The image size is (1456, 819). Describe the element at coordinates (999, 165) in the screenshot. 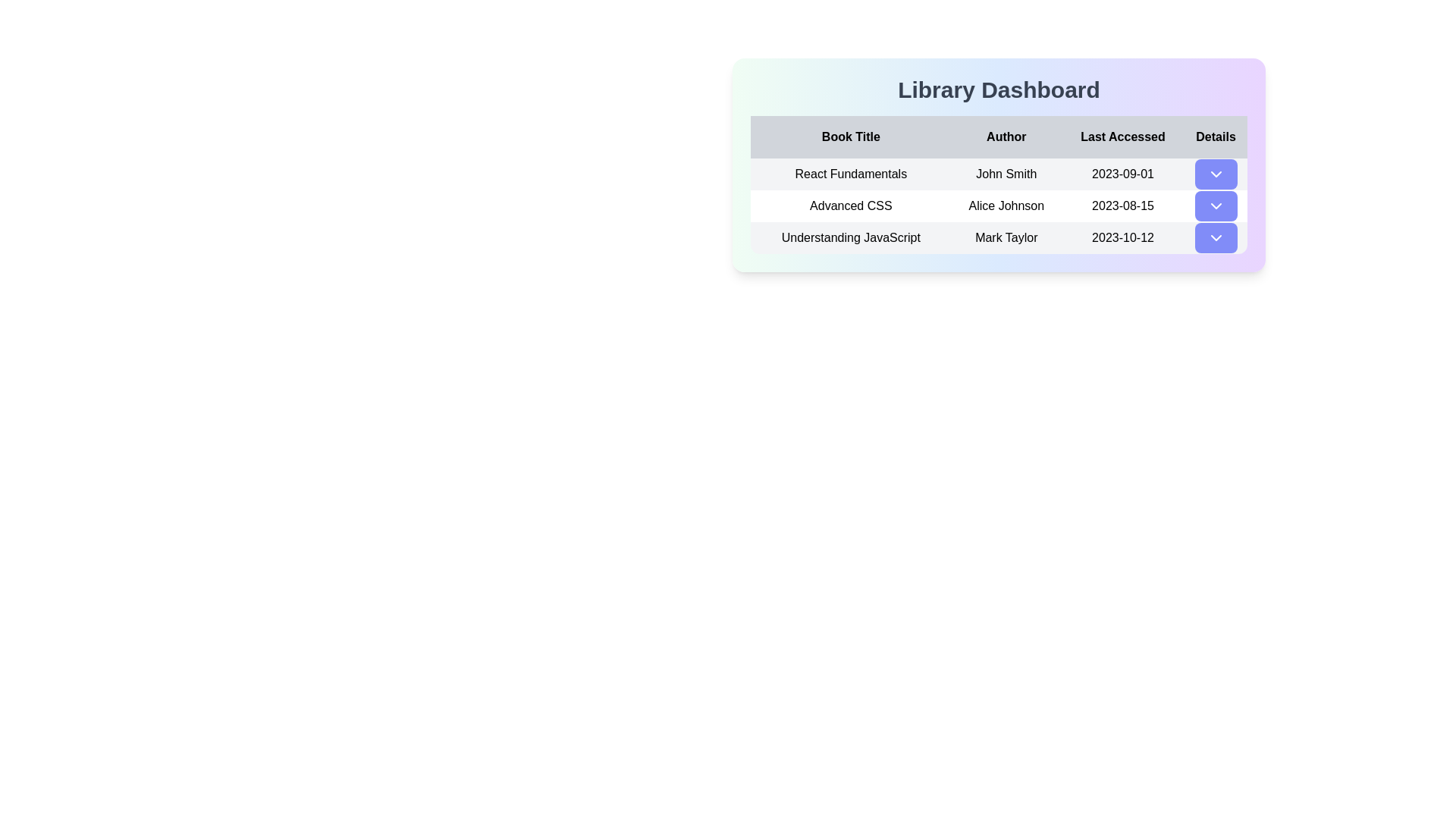

I see `the author name 'John Smith' in the Data table that lists books, specifically in the row for 'React Fundamentals'` at that location.